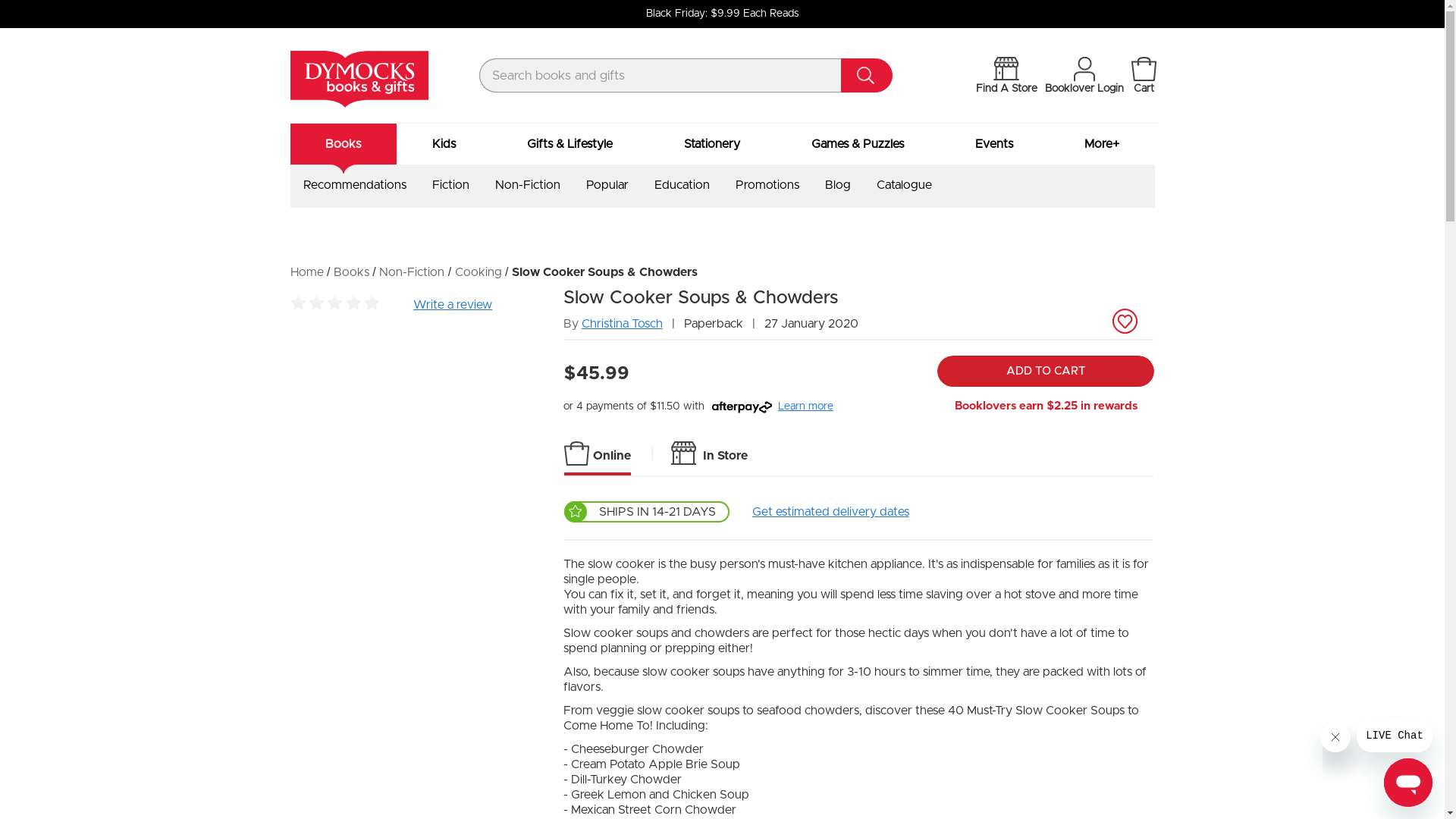 The height and width of the screenshot is (819, 1456). What do you see at coordinates (1112, 309) in the screenshot?
I see `'Add to Wishlist'` at bounding box center [1112, 309].